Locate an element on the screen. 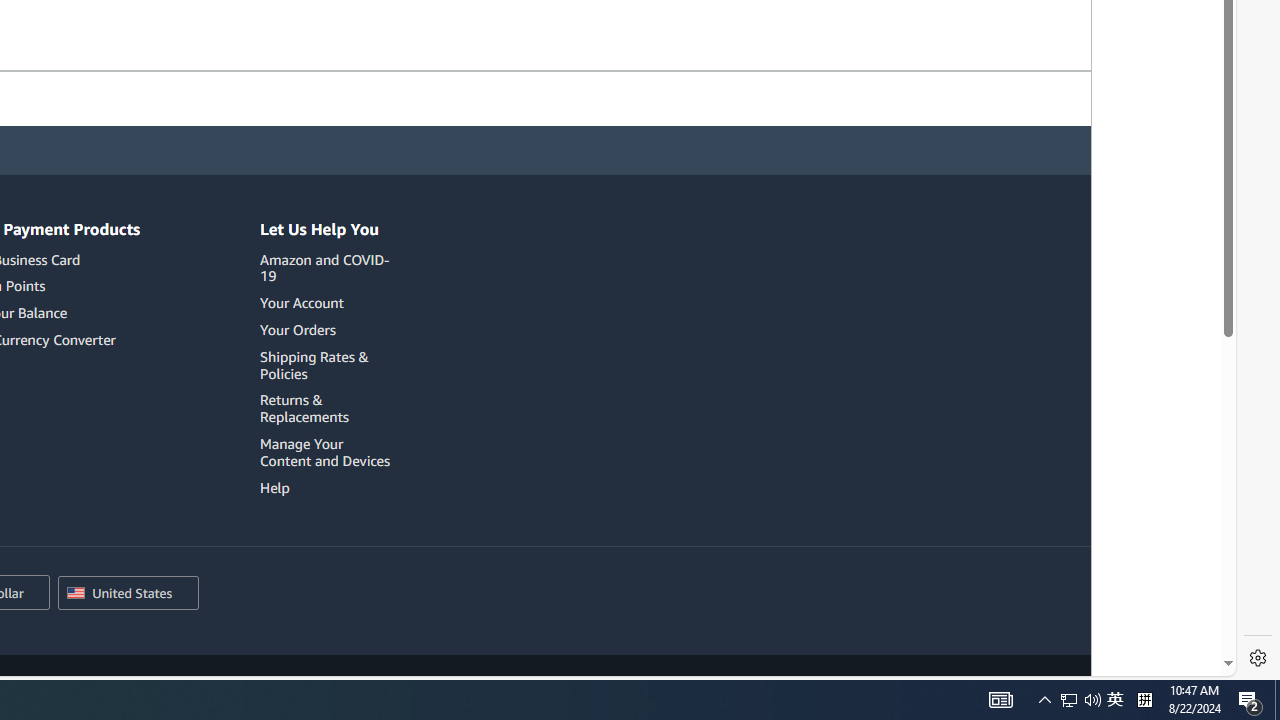 Image resolution: width=1280 pixels, height=720 pixels. 'Your Account' is located at coordinates (328, 303).